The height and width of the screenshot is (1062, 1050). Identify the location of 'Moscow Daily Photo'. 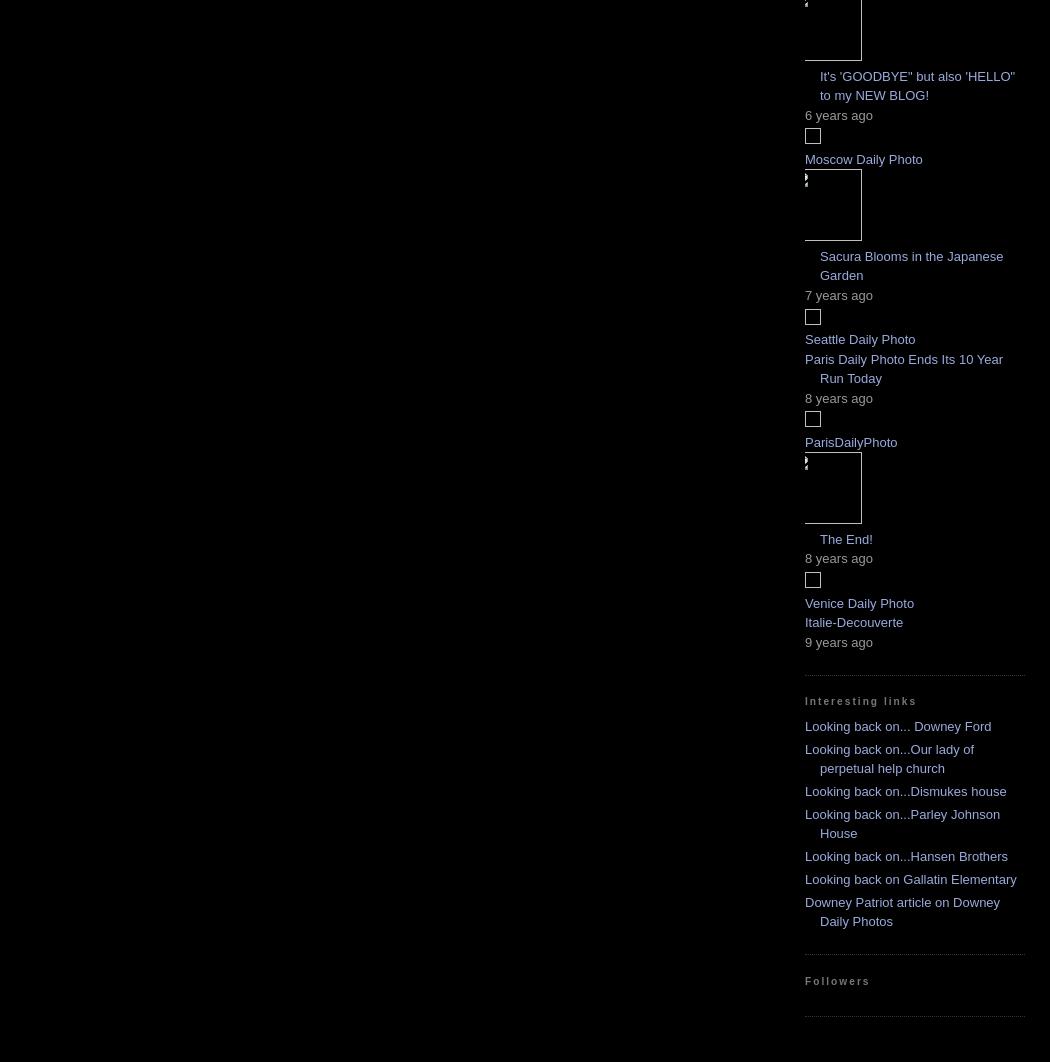
(804, 158).